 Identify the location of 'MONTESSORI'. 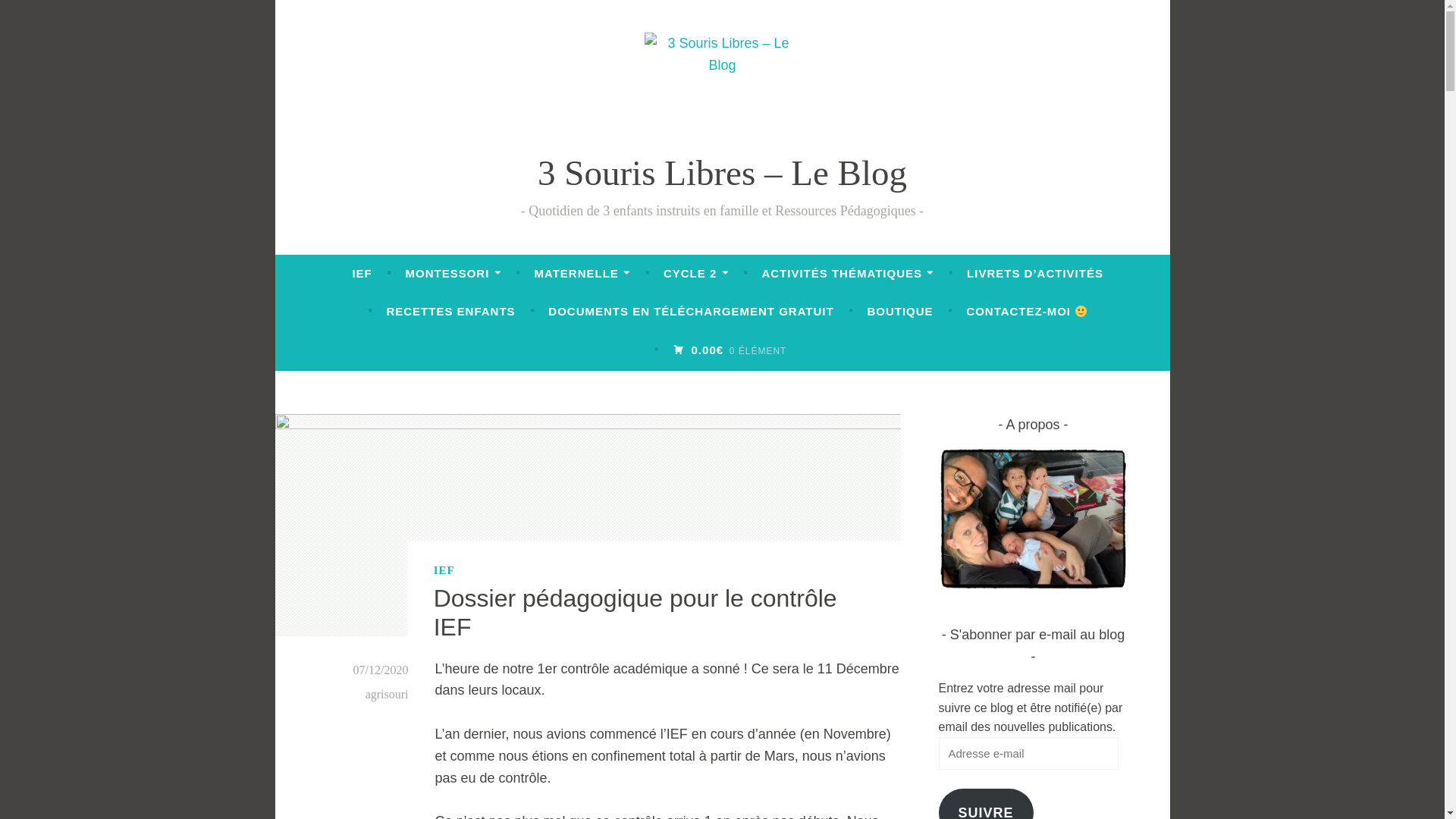
(451, 274).